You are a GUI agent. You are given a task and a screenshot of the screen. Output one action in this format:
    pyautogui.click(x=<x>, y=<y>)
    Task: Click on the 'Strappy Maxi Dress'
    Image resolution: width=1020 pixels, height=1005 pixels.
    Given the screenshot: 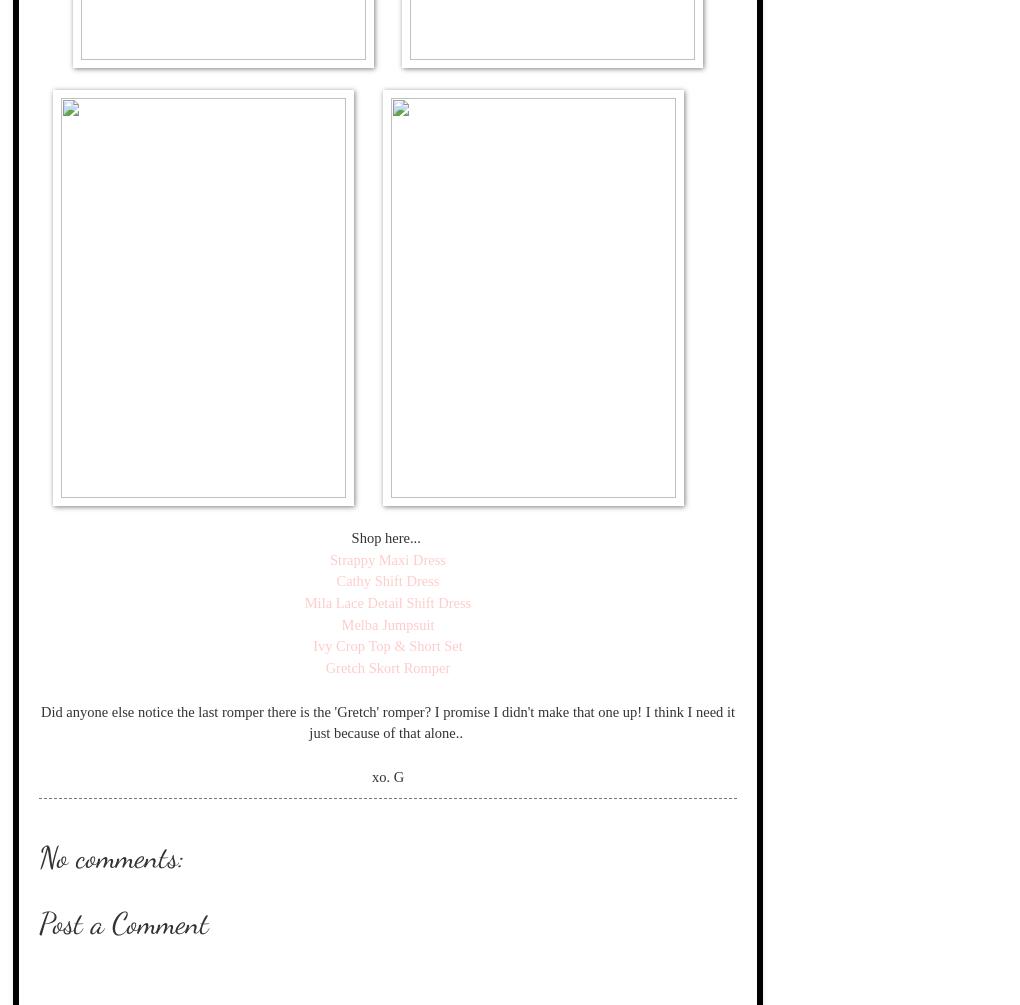 What is the action you would take?
    pyautogui.click(x=387, y=557)
    